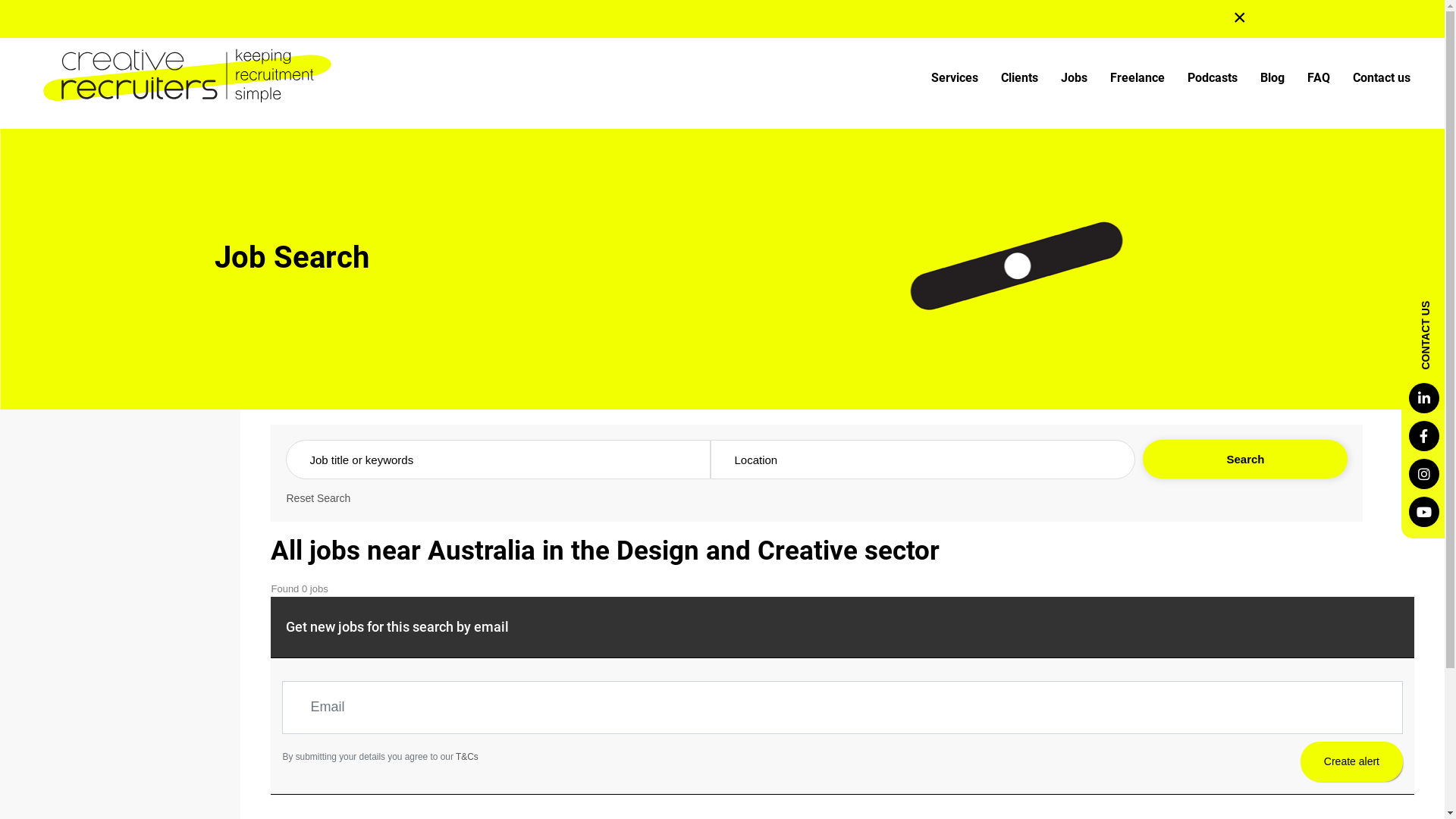  What do you see at coordinates (1211, 78) in the screenshot?
I see `'Podcasts'` at bounding box center [1211, 78].